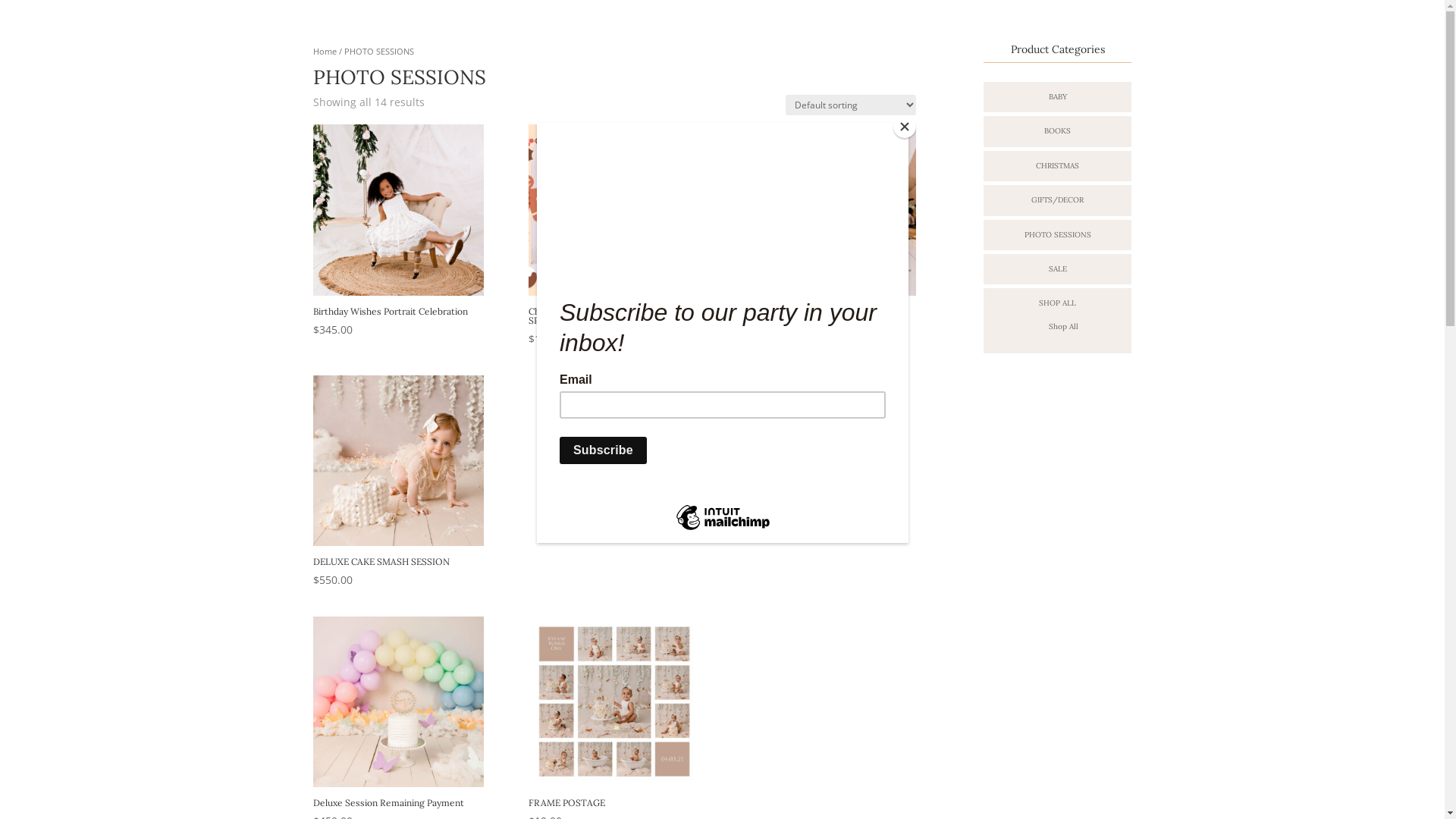 The height and width of the screenshot is (819, 1456). Describe the element at coordinates (1056, 199) in the screenshot. I see `'GIFTS/DECOR'` at that location.